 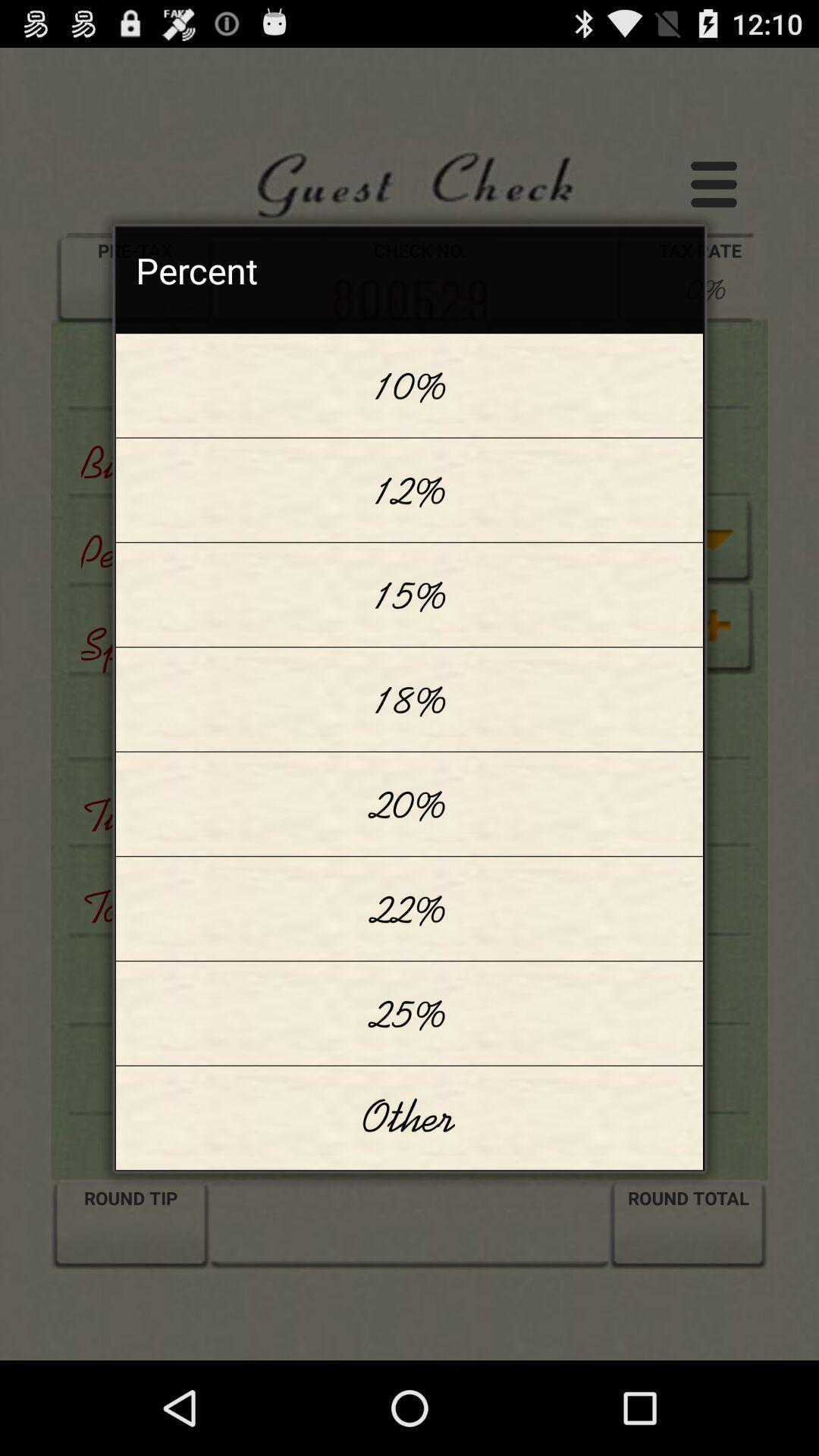 What do you see at coordinates (409, 1013) in the screenshot?
I see `25% item` at bounding box center [409, 1013].